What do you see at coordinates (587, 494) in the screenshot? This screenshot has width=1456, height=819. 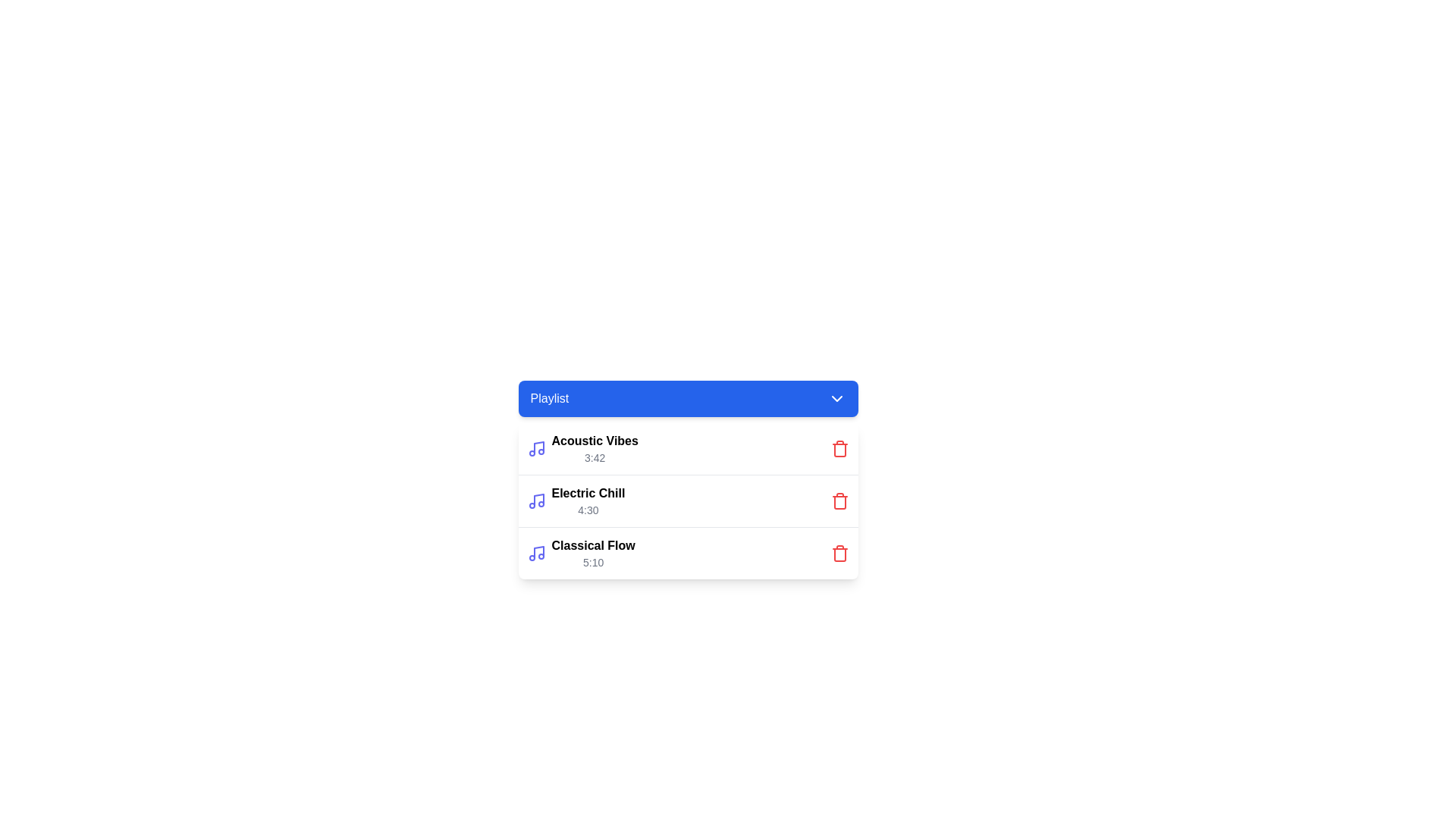 I see `the Text Label displaying 'Electric Chill' which is styled in bold font and serves as a header above the smaller text '4:30'` at bounding box center [587, 494].